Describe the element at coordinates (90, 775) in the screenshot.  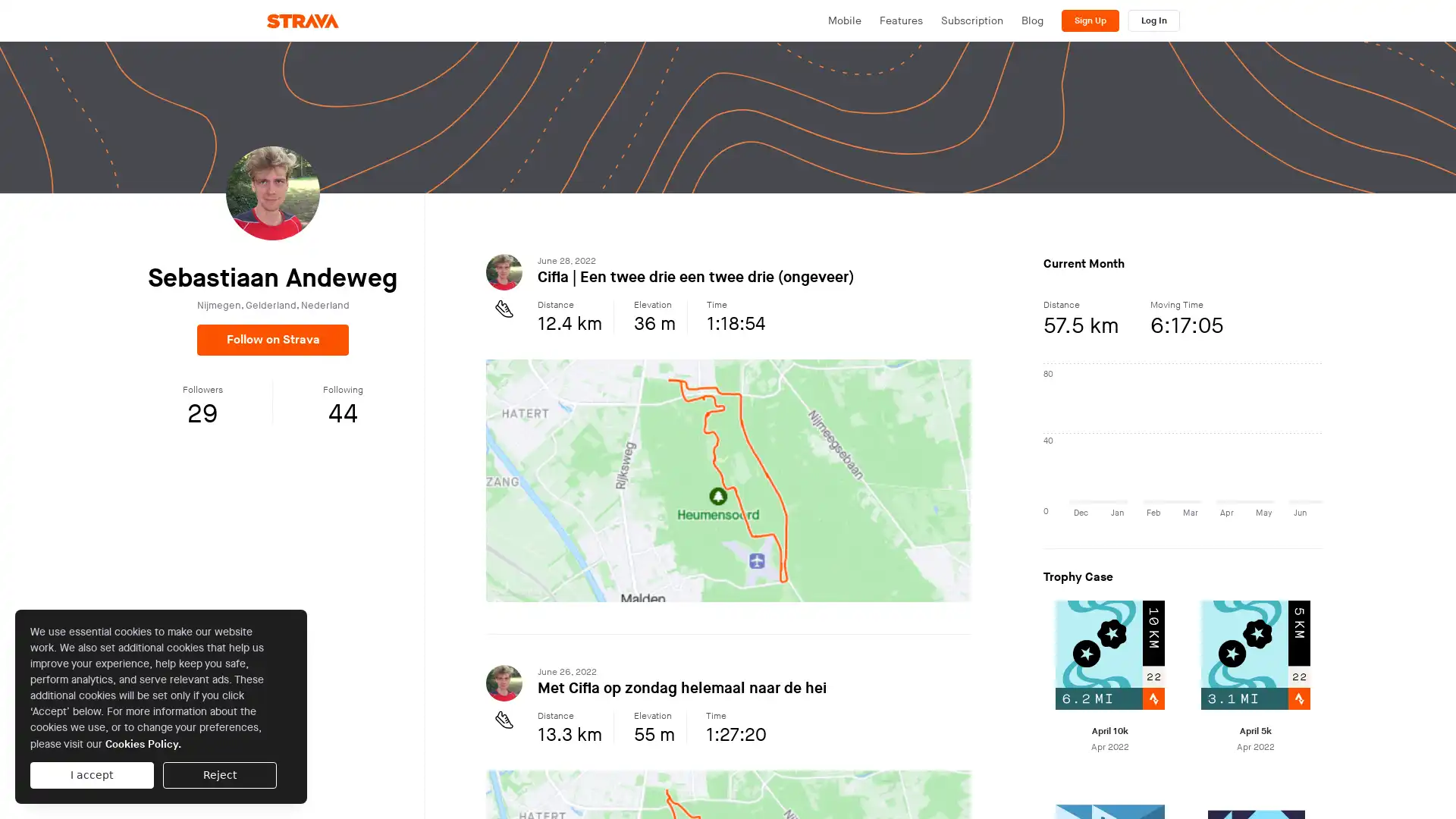
I see `I accept` at that location.